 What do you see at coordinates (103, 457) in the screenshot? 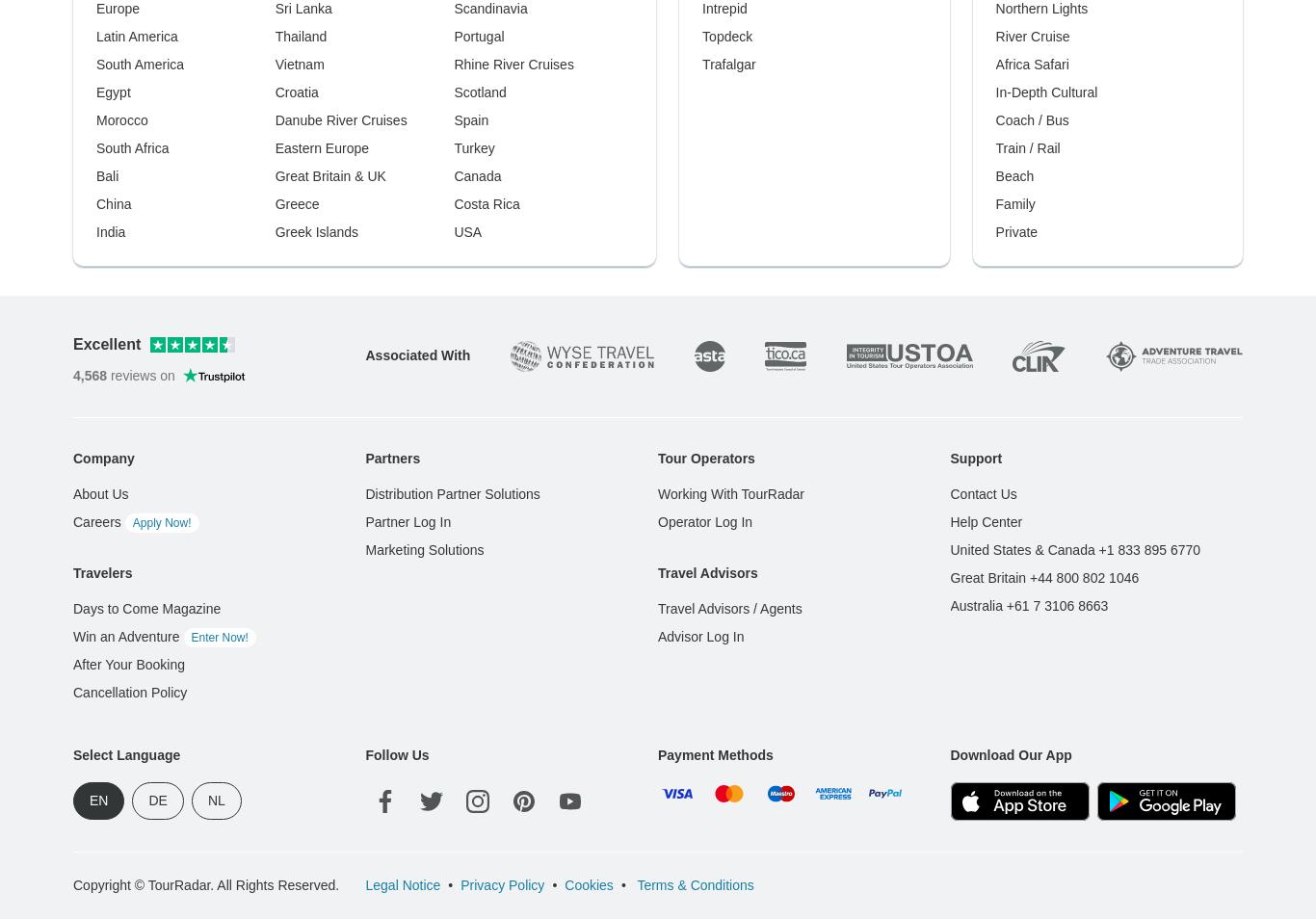
I see `'Company'` at bounding box center [103, 457].